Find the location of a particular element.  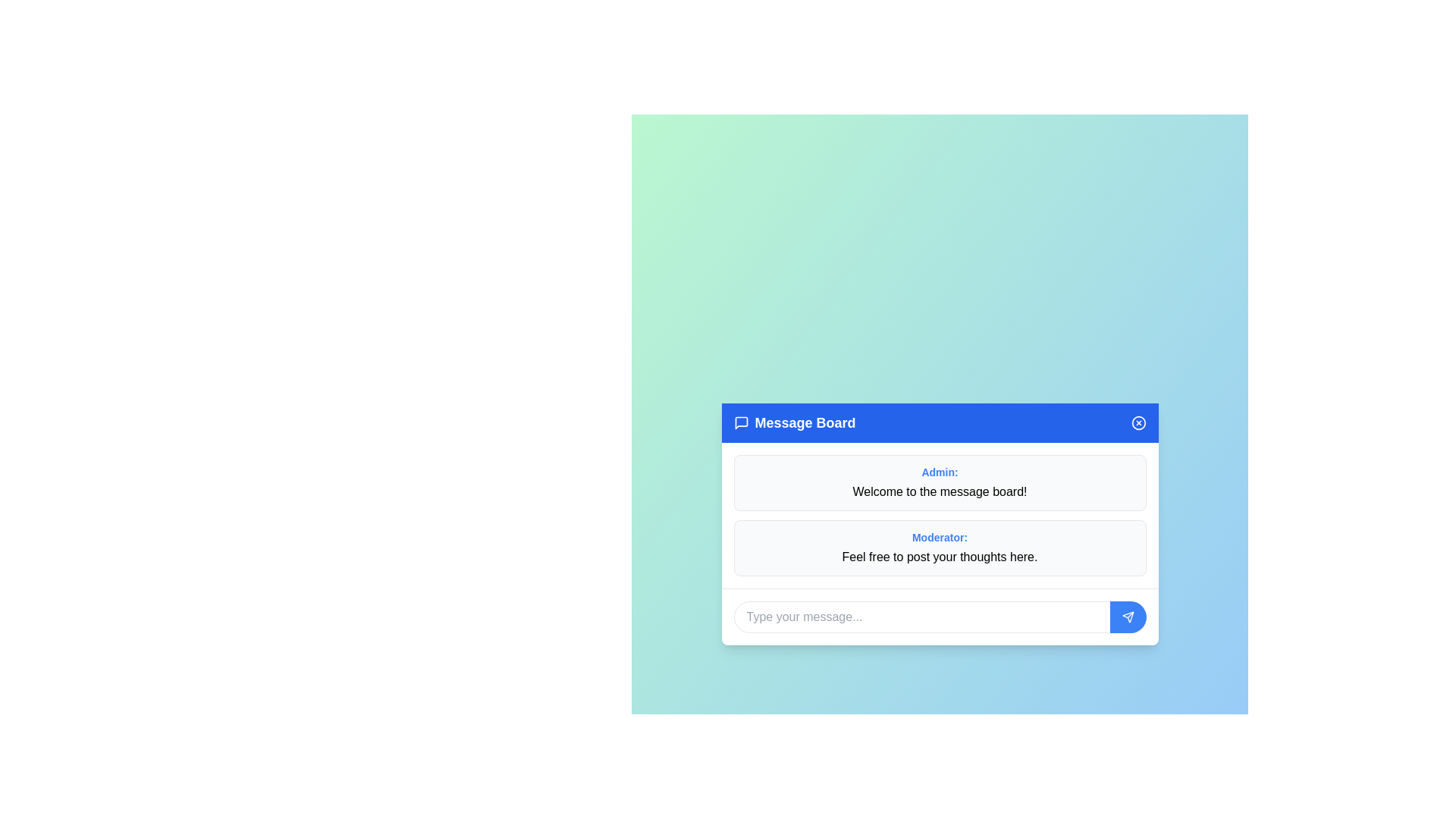

close button to close the dialog is located at coordinates (1138, 422).